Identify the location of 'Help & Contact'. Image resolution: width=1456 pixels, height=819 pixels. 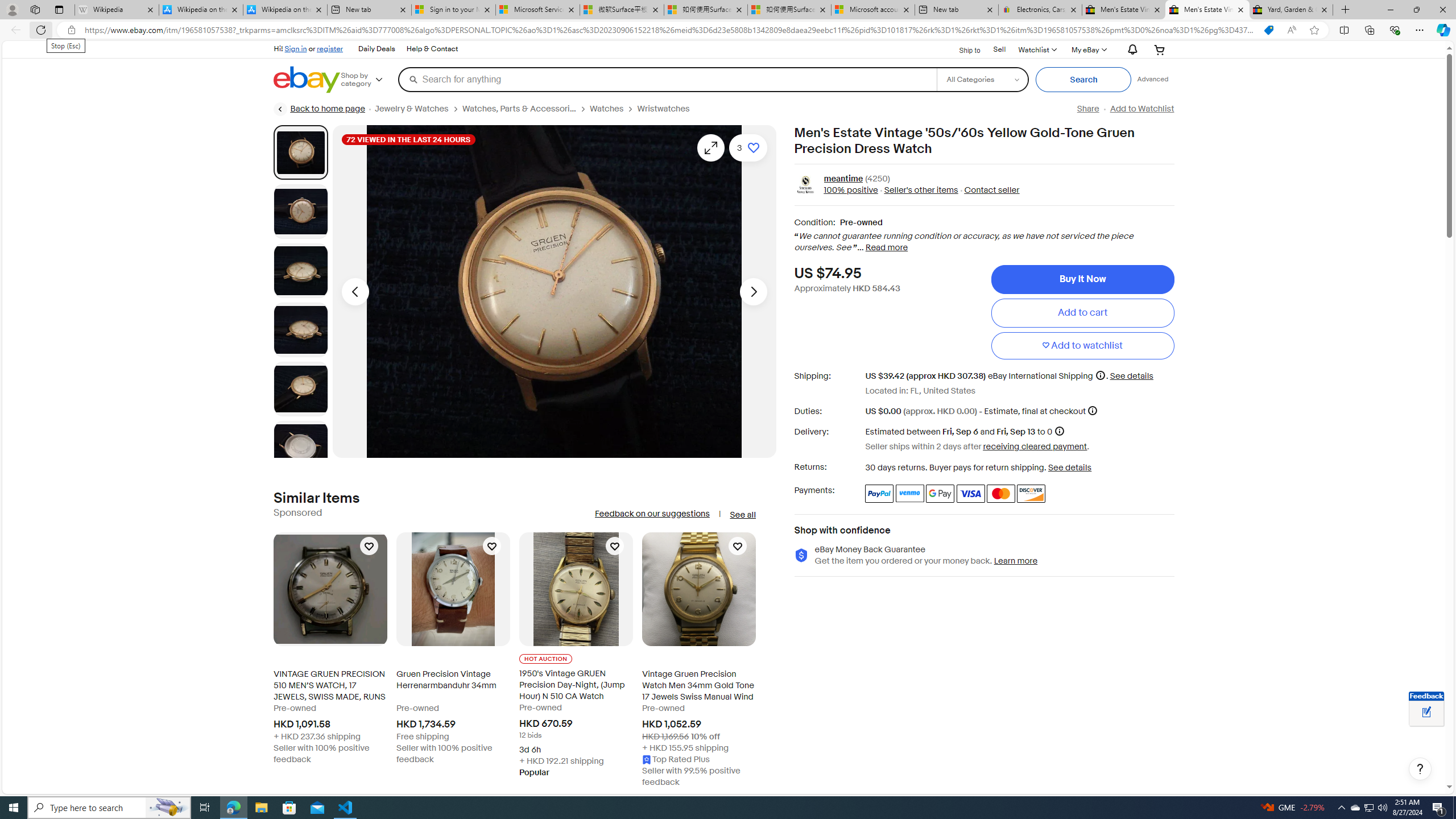
(432, 49).